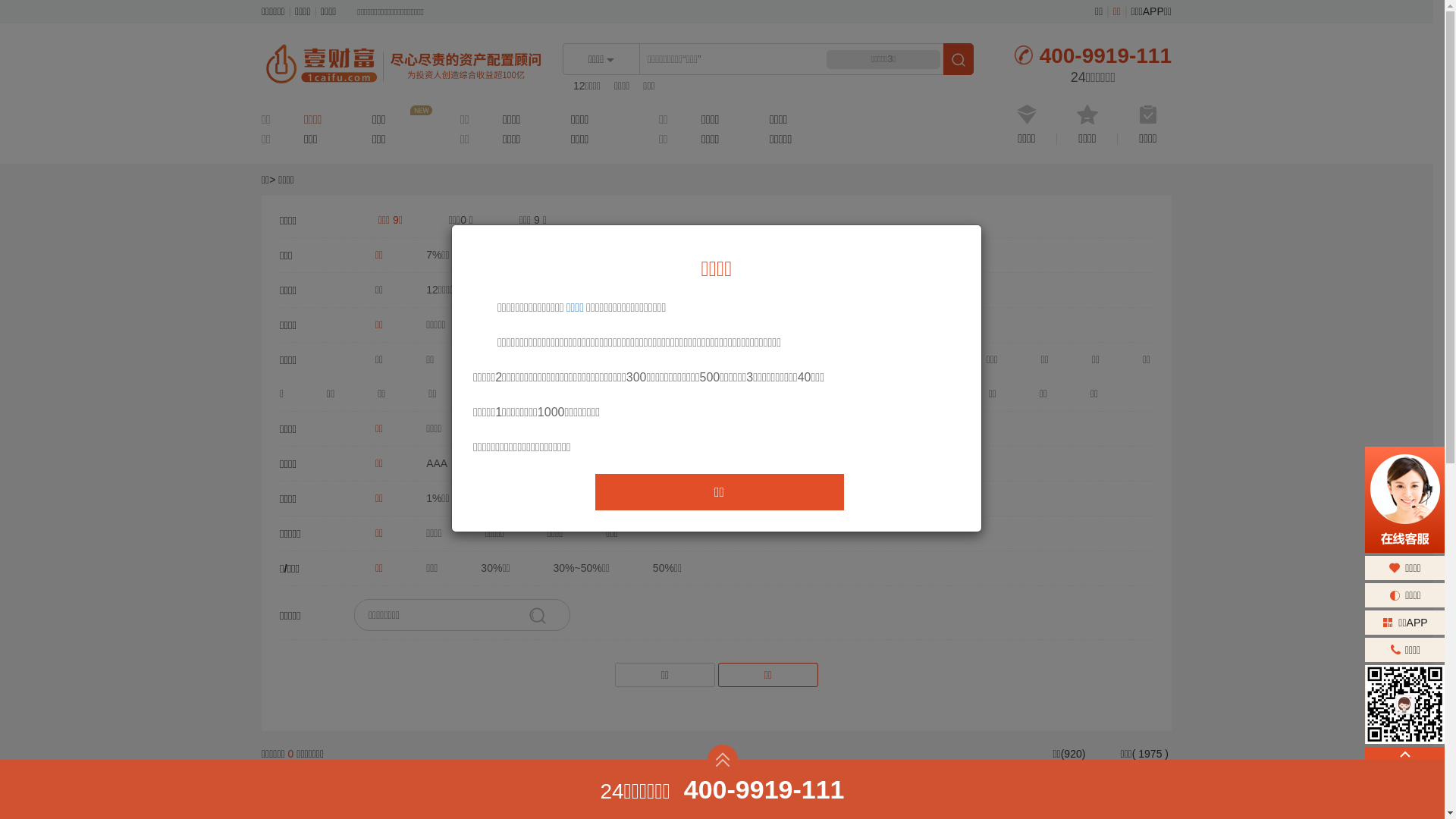  Describe the element at coordinates (506, 253) in the screenshot. I see `'7%-7.9%'` at that location.